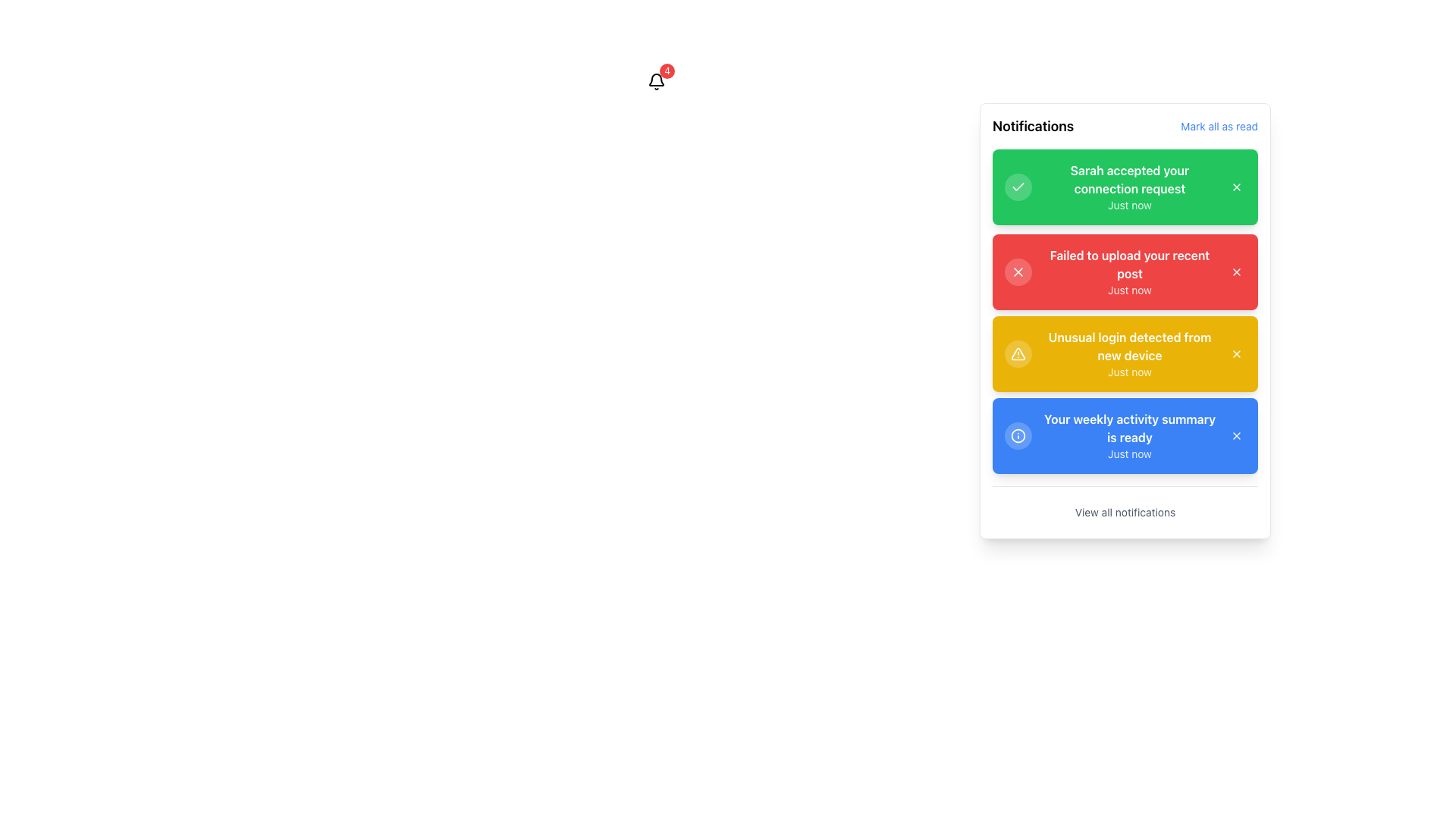 This screenshot has width=1456, height=819. What do you see at coordinates (1125, 512) in the screenshot?
I see `the text link at the bottom of the notification panel to change its text color` at bounding box center [1125, 512].